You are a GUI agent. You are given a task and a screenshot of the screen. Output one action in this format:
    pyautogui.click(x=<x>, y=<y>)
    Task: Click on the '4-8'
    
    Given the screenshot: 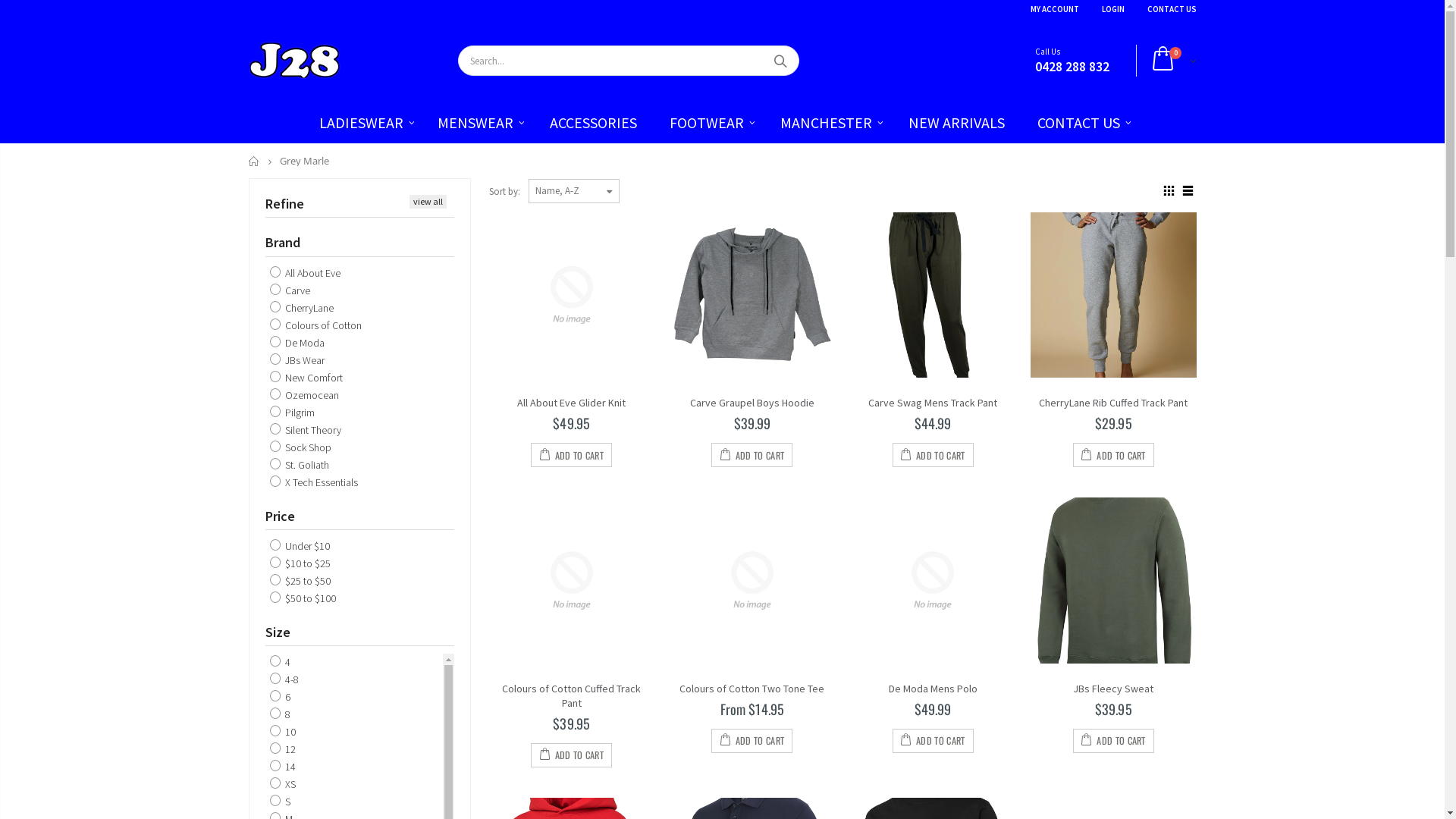 What is the action you would take?
    pyautogui.click(x=269, y=678)
    